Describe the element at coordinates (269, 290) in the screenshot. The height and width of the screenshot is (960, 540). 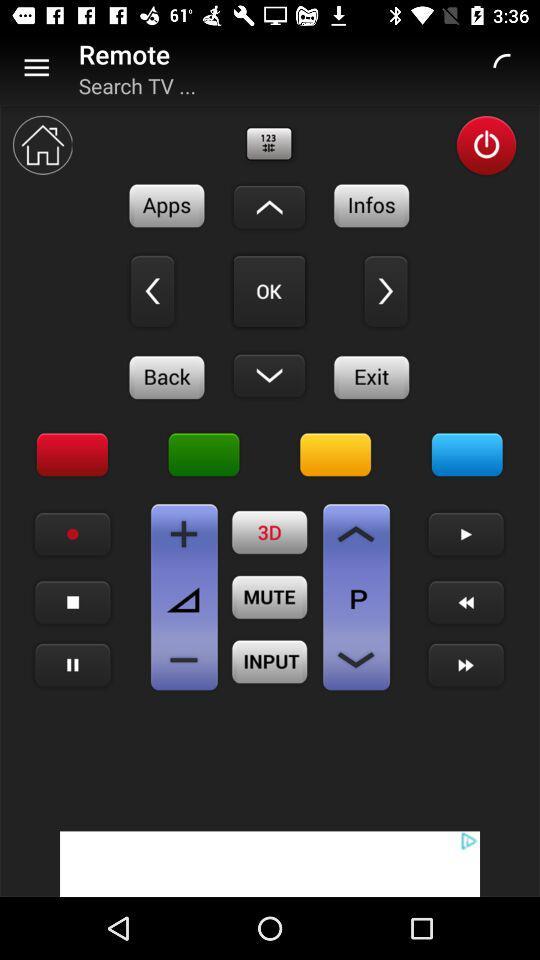
I see `my selection` at that location.